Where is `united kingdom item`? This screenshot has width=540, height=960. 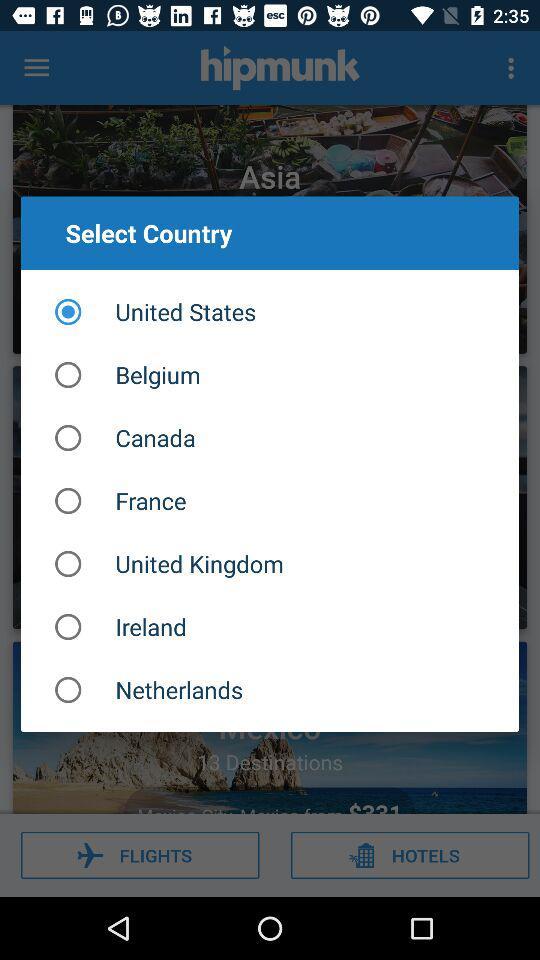 united kingdom item is located at coordinates (270, 564).